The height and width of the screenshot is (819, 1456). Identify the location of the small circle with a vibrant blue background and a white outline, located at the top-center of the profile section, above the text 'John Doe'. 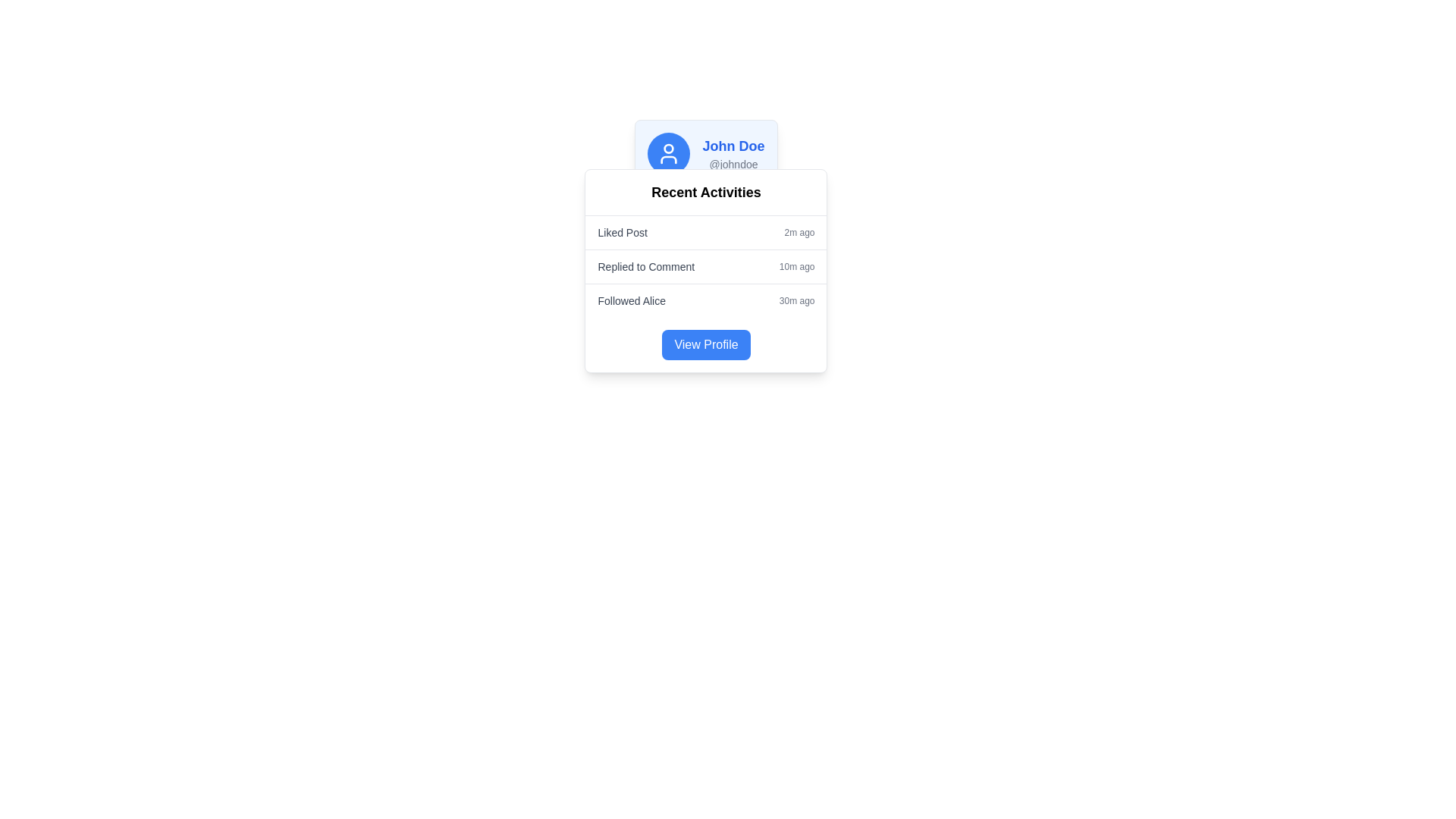
(668, 149).